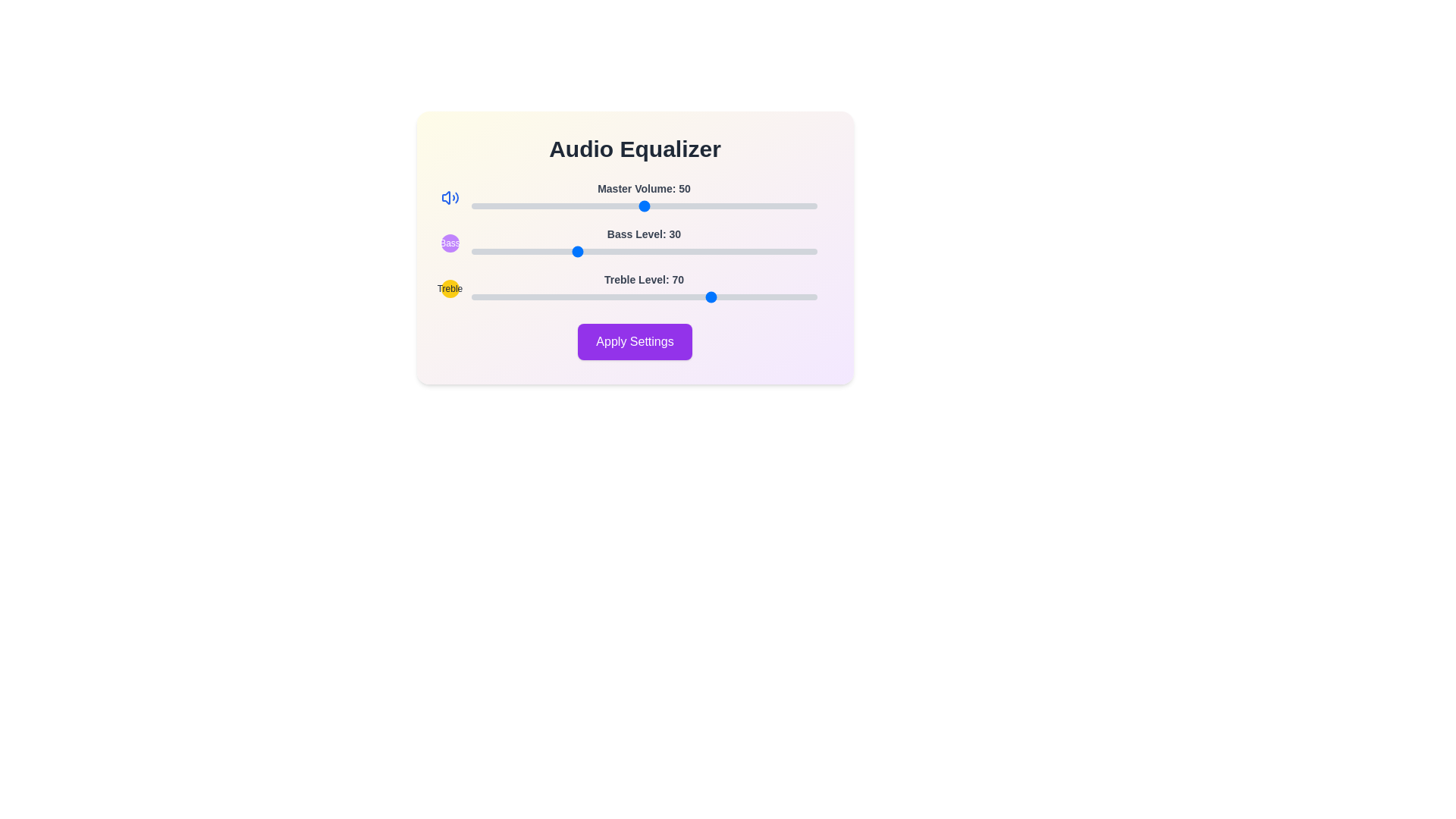  I want to click on the bass level, so click(782, 250).